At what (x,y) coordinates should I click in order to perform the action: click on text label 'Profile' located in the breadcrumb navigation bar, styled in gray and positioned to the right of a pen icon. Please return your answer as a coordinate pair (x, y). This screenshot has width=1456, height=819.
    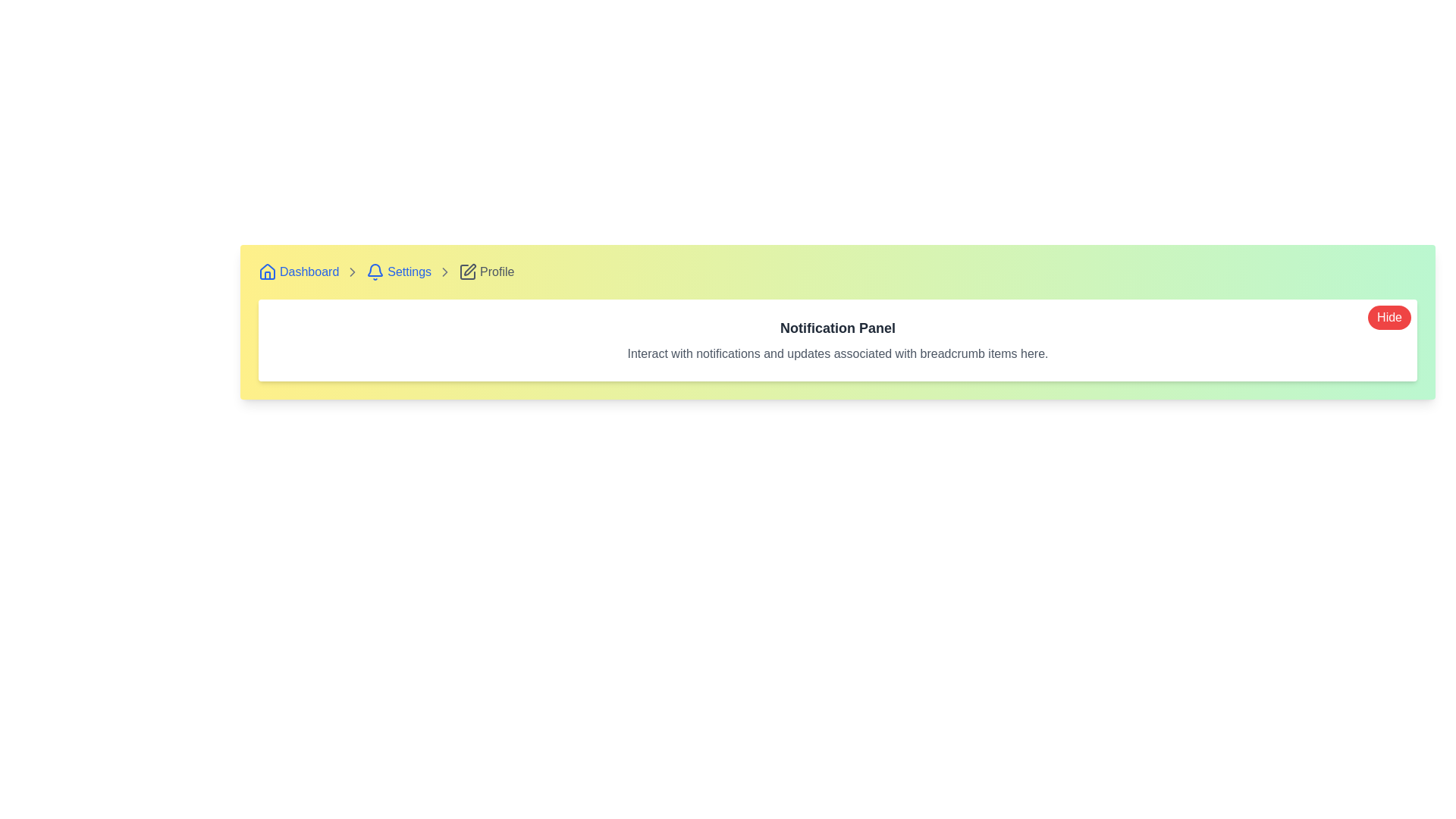
    Looking at the image, I should click on (497, 271).